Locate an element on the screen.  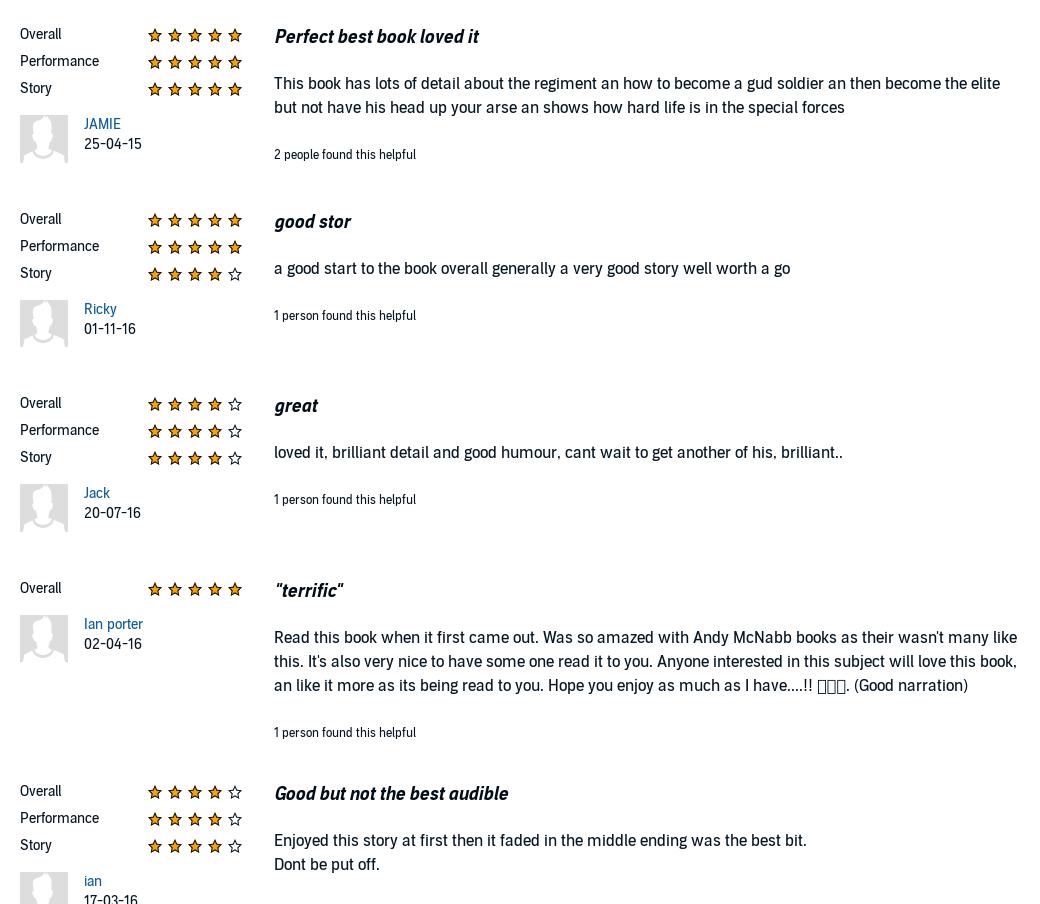
'"terrific"' is located at coordinates (307, 589).